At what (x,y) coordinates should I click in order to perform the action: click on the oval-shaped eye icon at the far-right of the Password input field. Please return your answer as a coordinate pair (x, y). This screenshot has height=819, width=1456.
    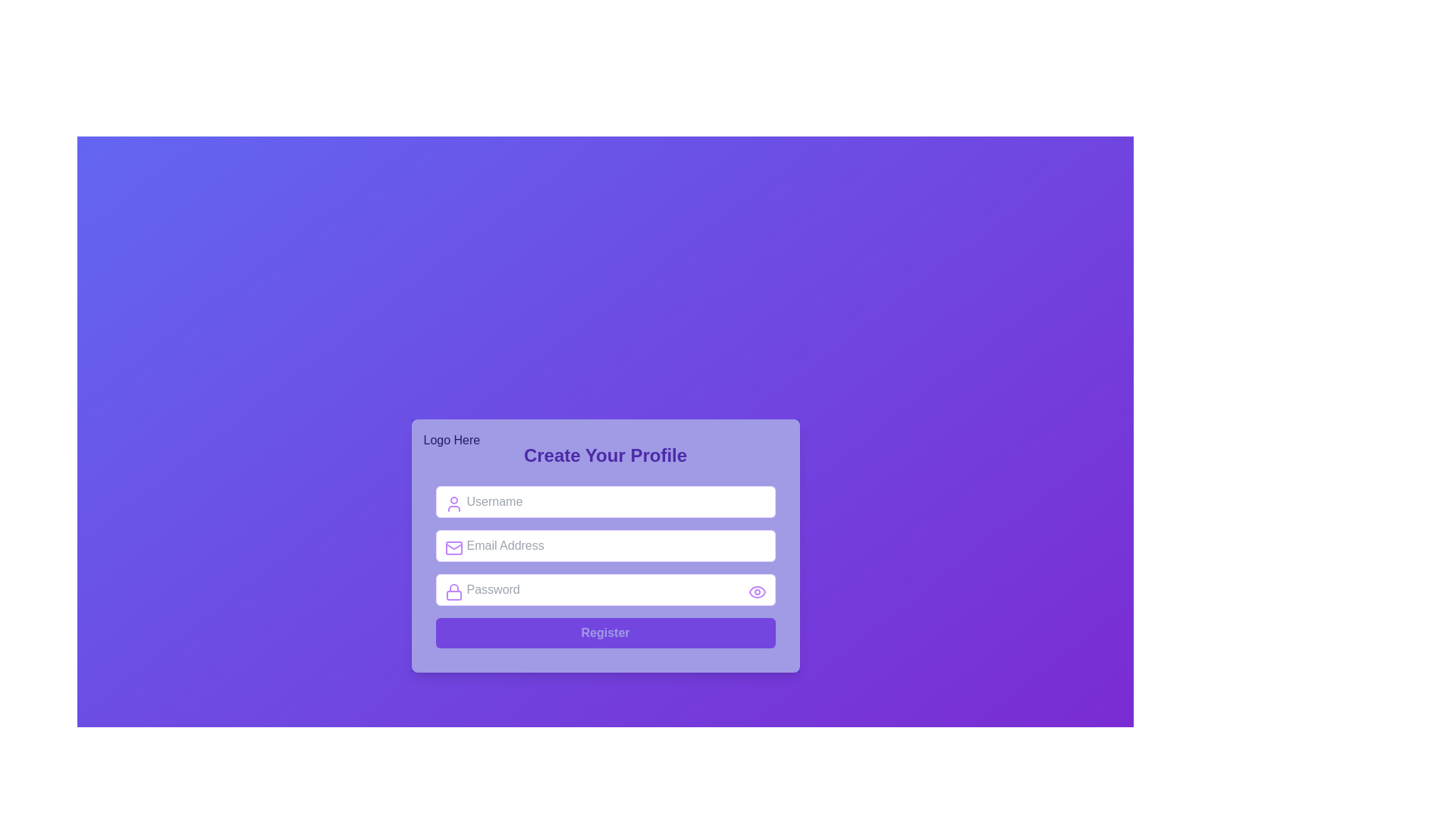
    Looking at the image, I should click on (757, 591).